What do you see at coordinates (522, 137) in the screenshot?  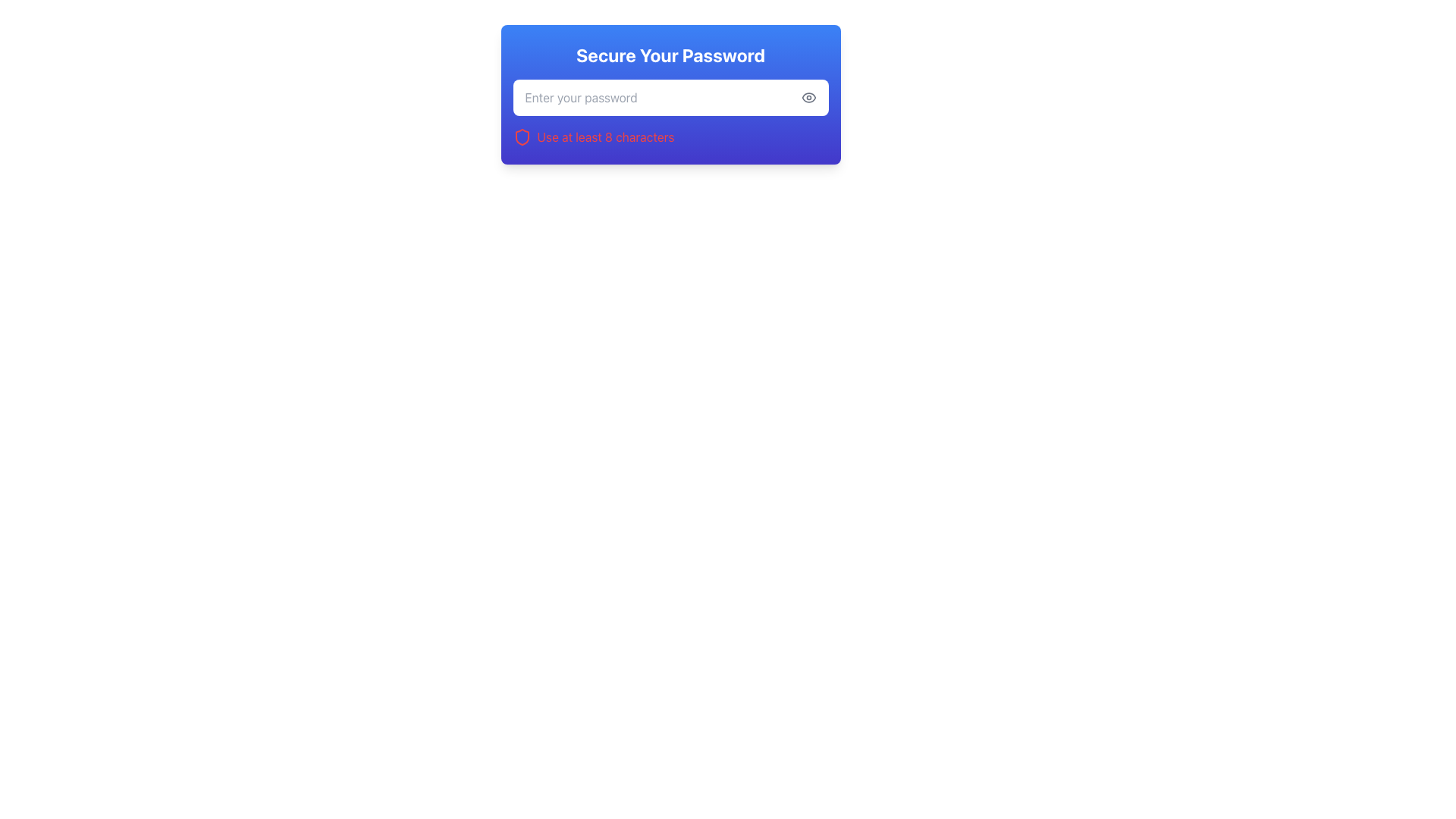 I see `the warning icon indicating secure password creation, located to the left of the phrase 'Use at least 8 characters'` at bounding box center [522, 137].